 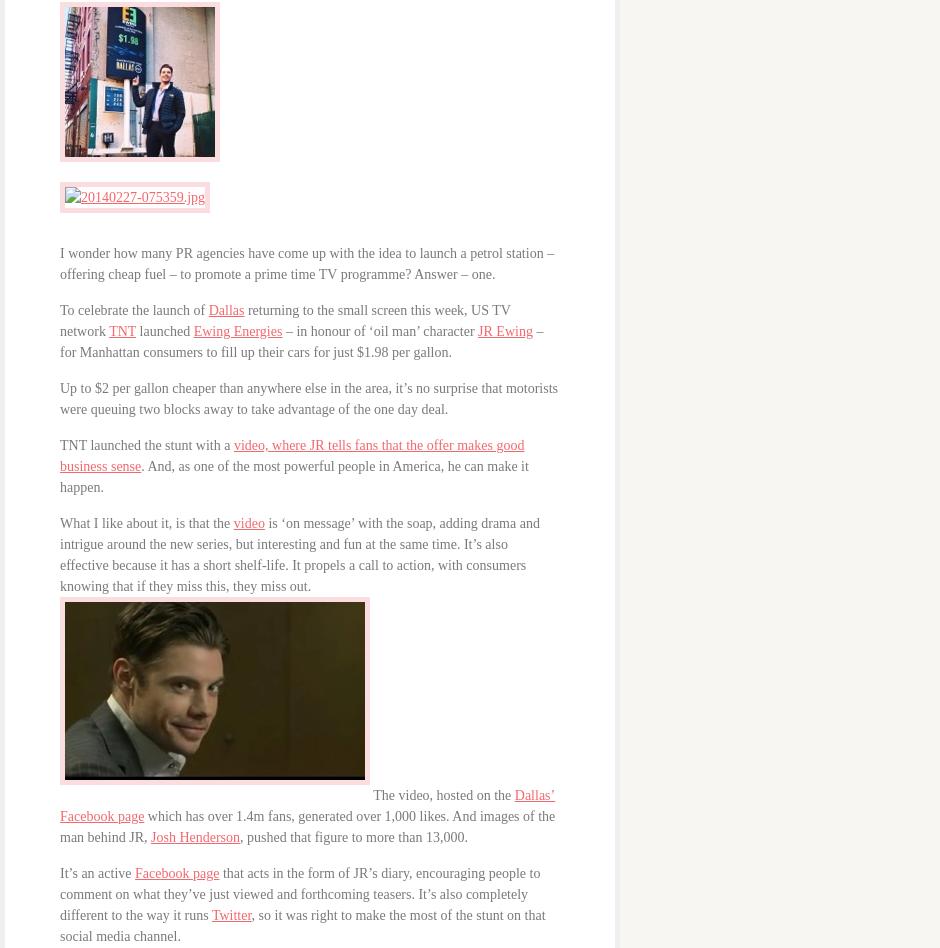 I want to click on 'Dallas’ Facebook page', so click(x=306, y=805).